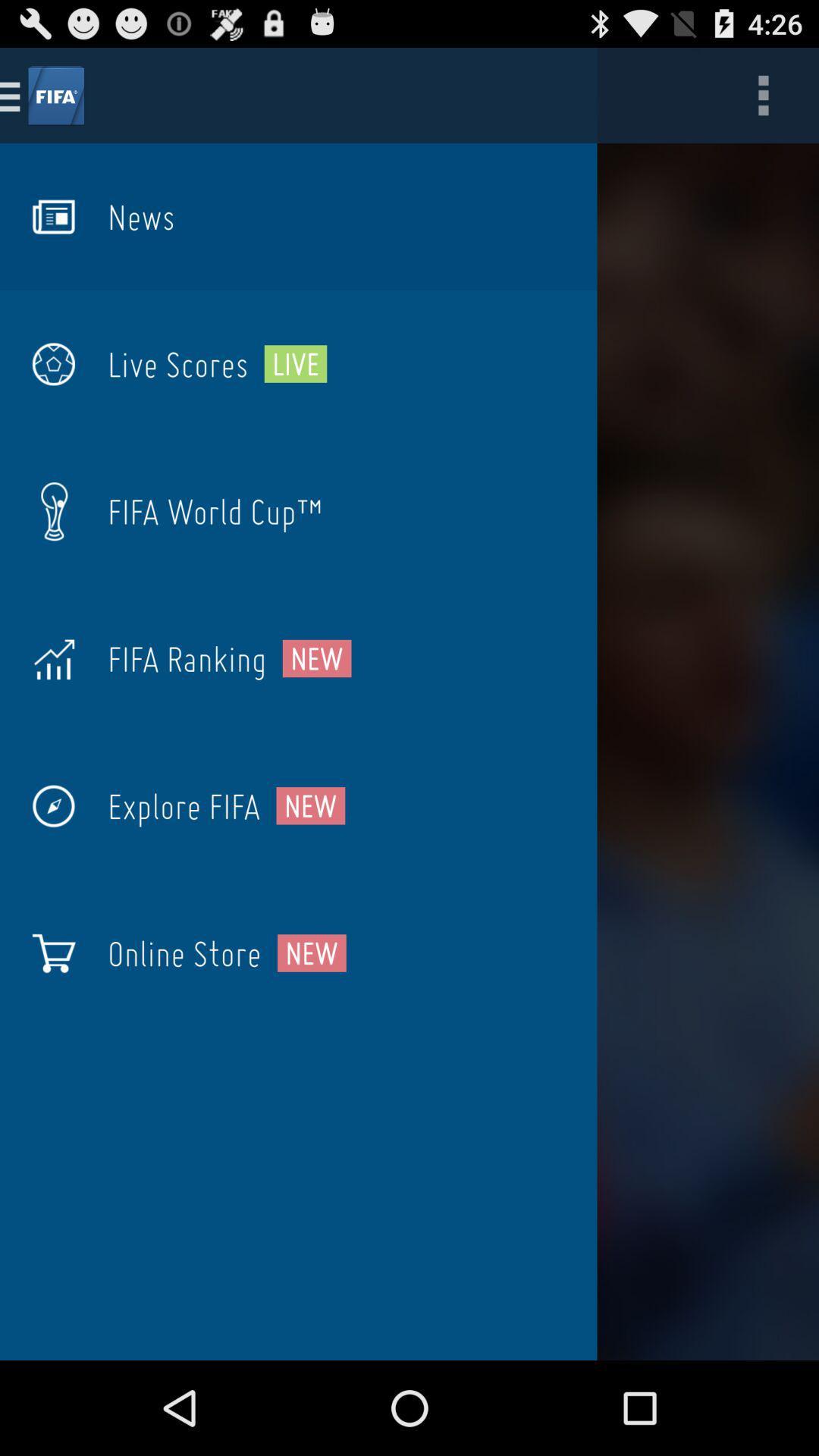 The height and width of the screenshot is (1456, 819). What do you see at coordinates (184, 952) in the screenshot?
I see `icon to the left of the new` at bounding box center [184, 952].